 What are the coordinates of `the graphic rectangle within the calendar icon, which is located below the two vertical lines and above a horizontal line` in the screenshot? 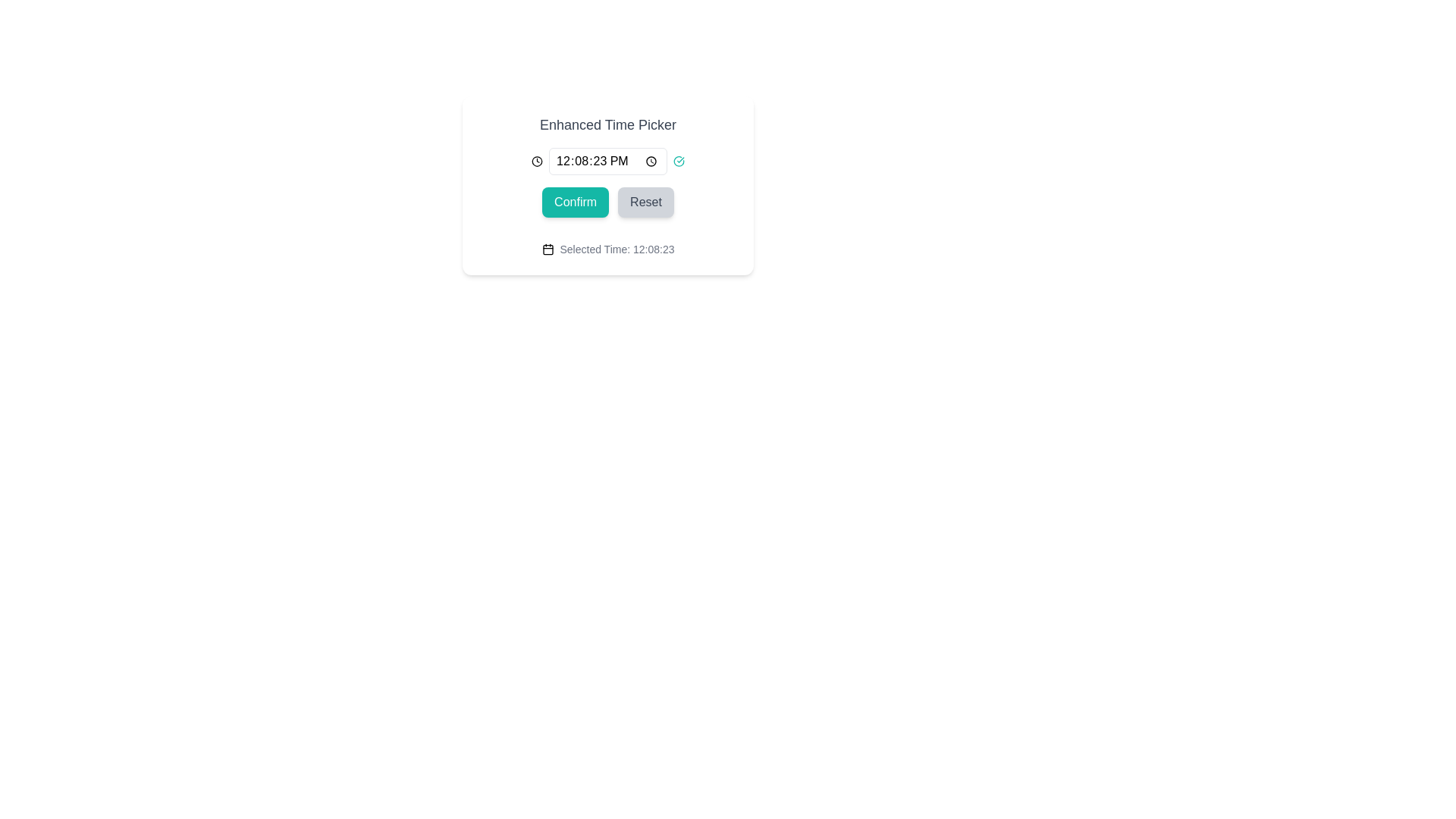 It's located at (547, 249).